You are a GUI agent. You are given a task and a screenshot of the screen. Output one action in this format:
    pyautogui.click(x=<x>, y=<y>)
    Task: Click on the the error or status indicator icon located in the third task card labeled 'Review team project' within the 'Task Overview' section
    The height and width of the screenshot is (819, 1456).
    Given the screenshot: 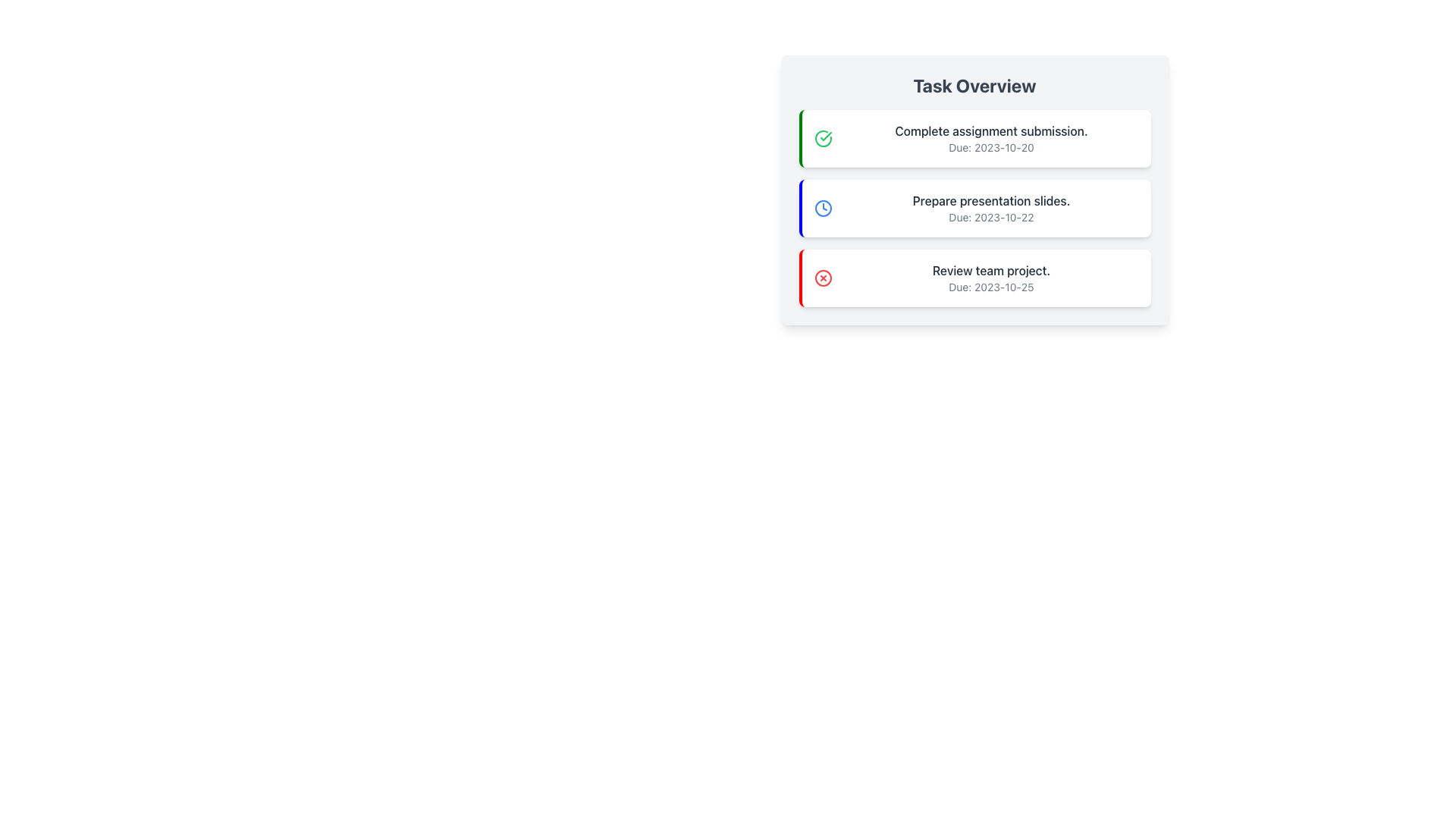 What is the action you would take?
    pyautogui.click(x=822, y=278)
    